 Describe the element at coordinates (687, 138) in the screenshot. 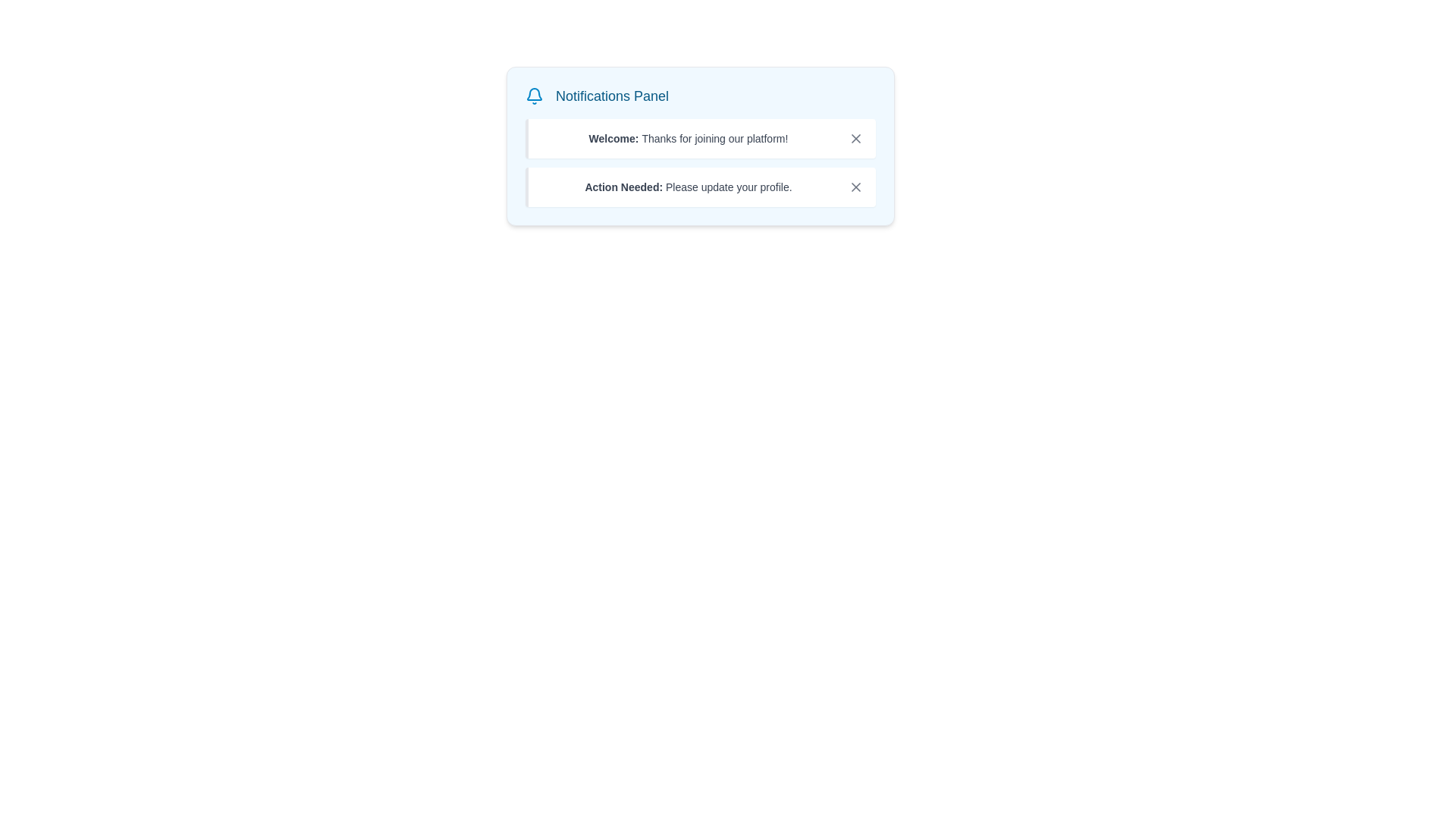

I see `the welcoming message displayed in the notification box, which indicates successful registration or initial access` at that location.